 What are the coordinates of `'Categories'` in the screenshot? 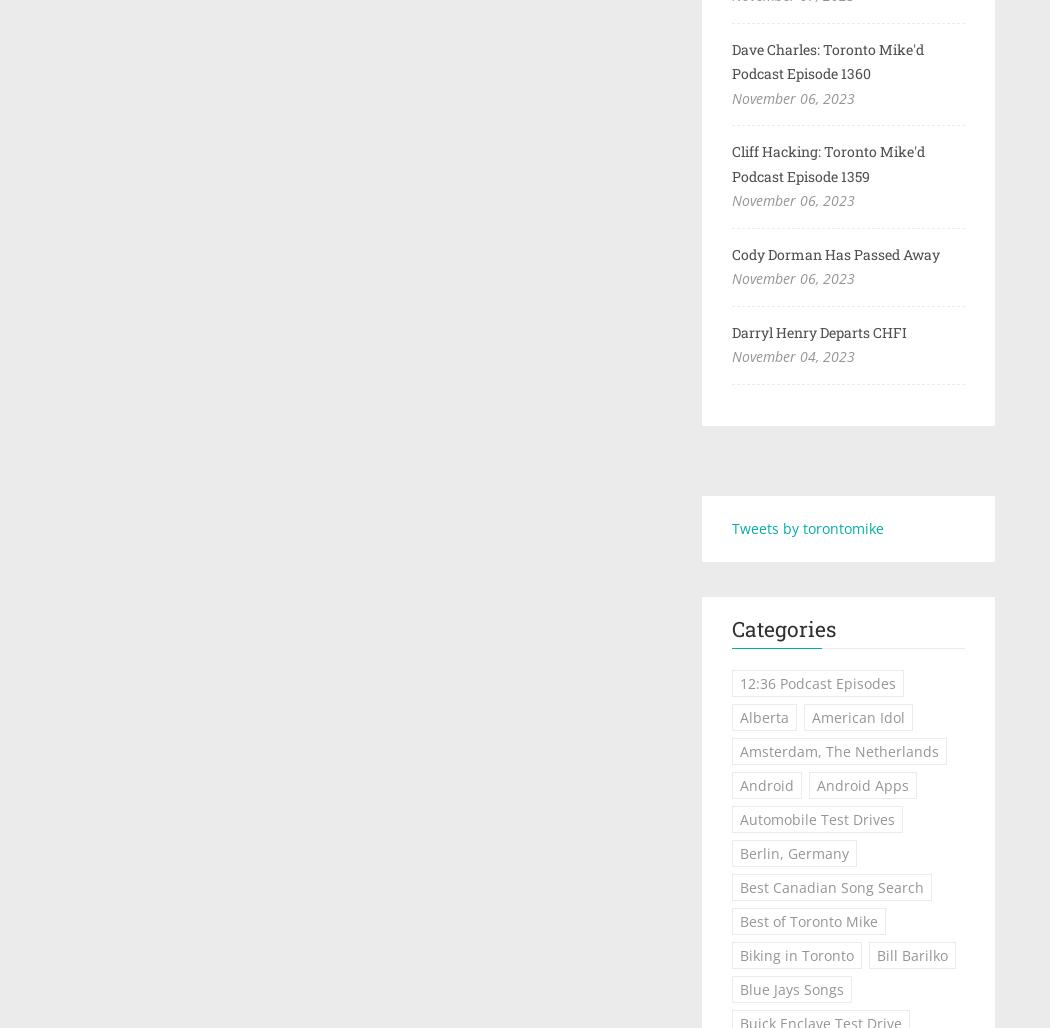 It's located at (782, 628).